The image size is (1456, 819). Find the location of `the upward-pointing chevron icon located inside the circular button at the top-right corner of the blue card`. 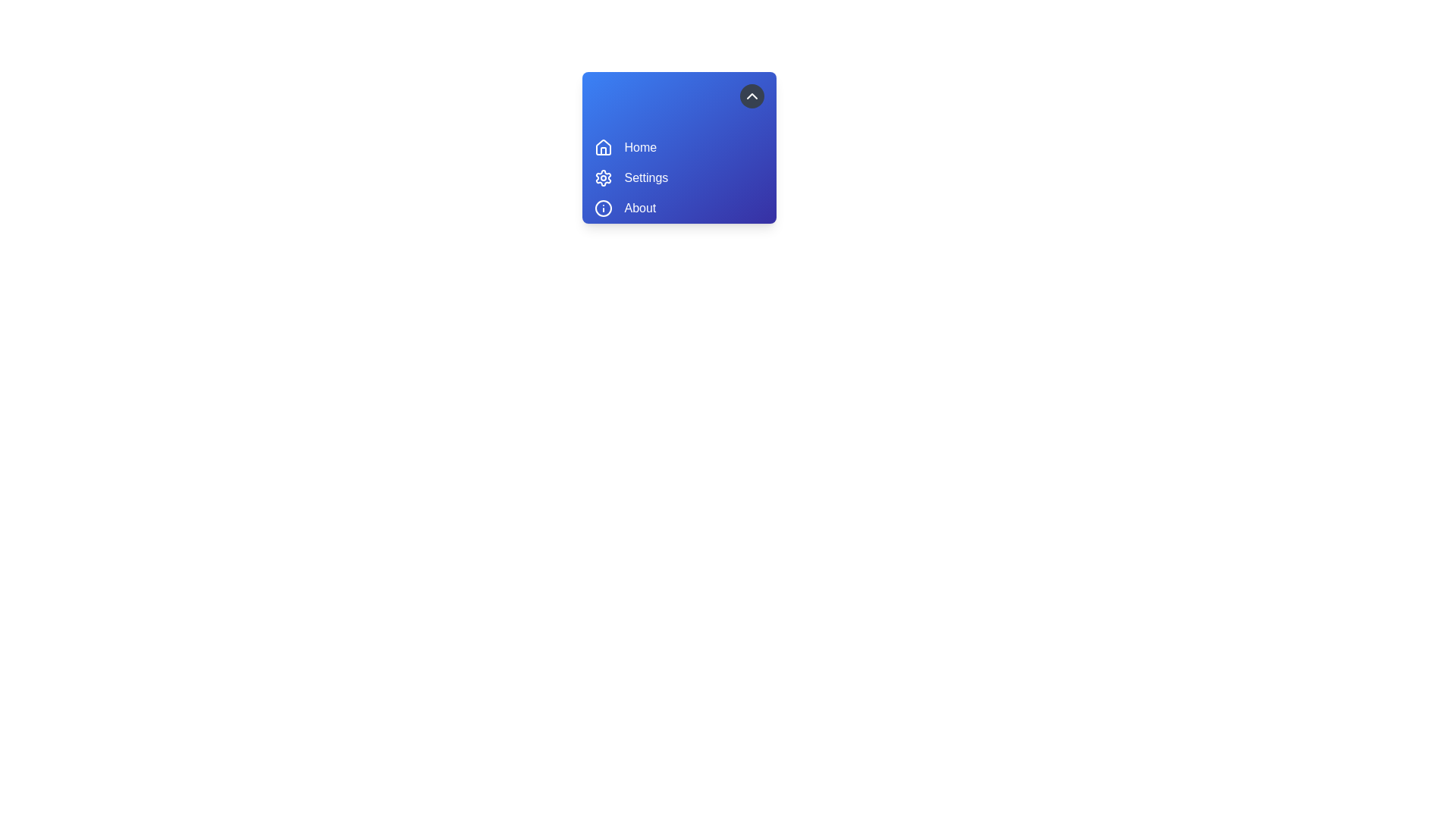

the upward-pointing chevron icon located inside the circular button at the top-right corner of the blue card is located at coordinates (752, 96).